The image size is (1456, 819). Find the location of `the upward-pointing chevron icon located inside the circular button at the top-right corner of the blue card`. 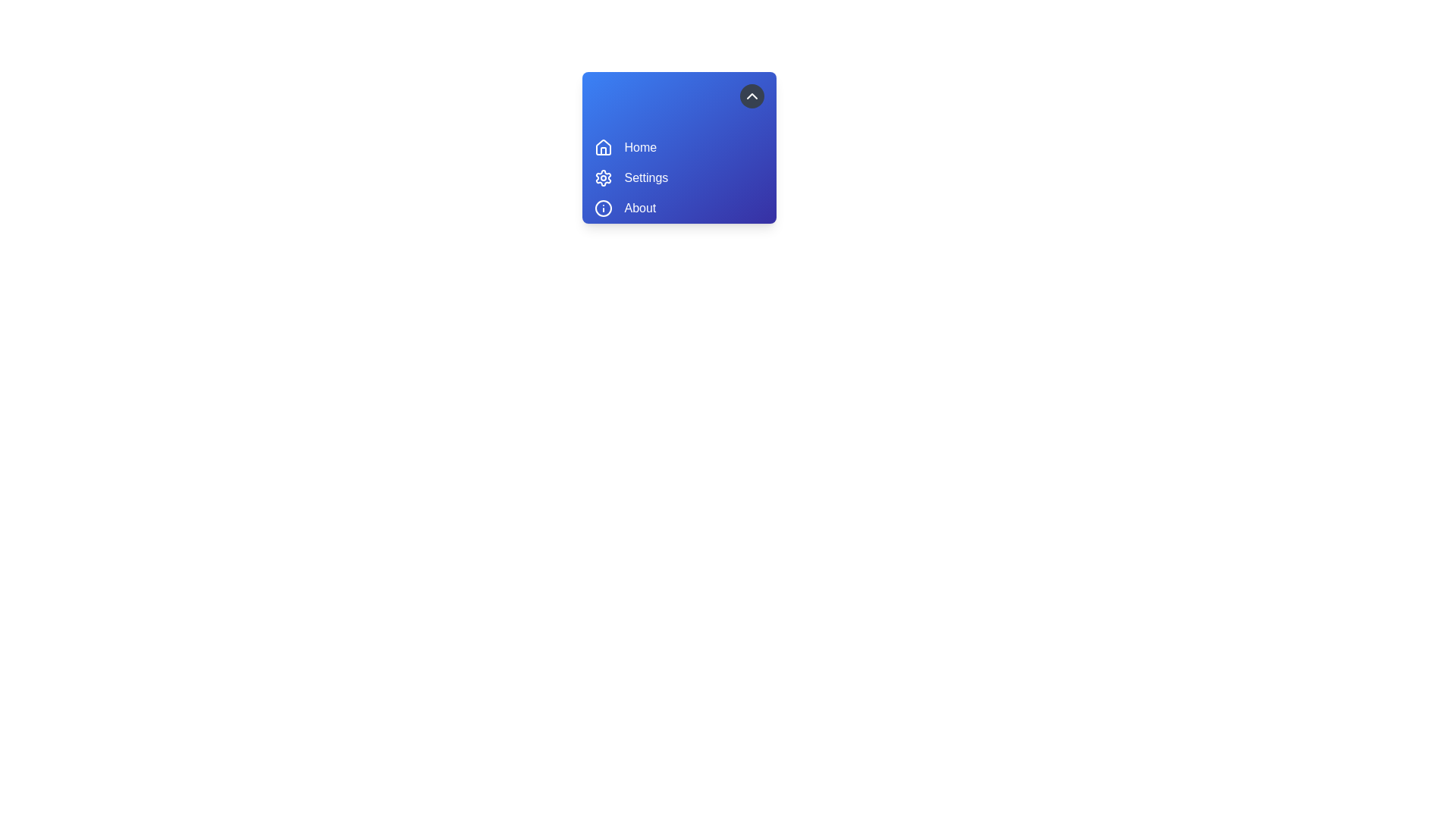

the upward-pointing chevron icon located inside the circular button at the top-right corner of the blue card is located at coordinates (752, 96).